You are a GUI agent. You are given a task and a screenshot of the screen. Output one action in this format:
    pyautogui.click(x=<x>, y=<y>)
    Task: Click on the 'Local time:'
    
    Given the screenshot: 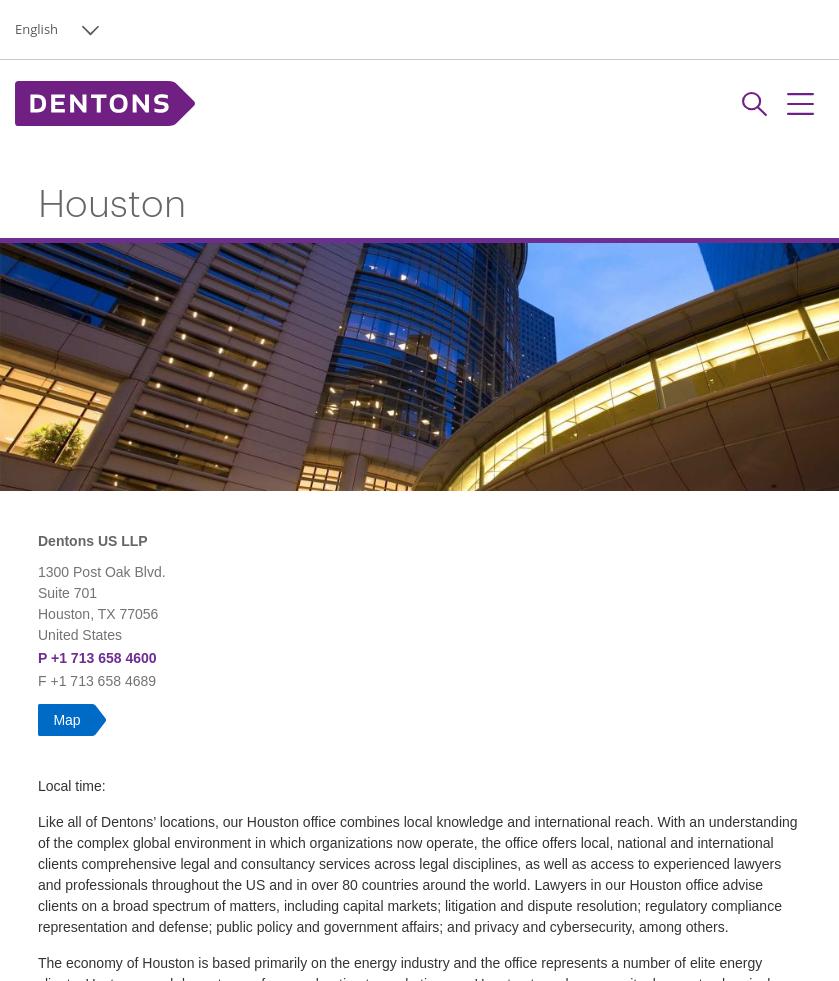 What is the action you would take?
    pyautogui.click(x=71, y=784)
    